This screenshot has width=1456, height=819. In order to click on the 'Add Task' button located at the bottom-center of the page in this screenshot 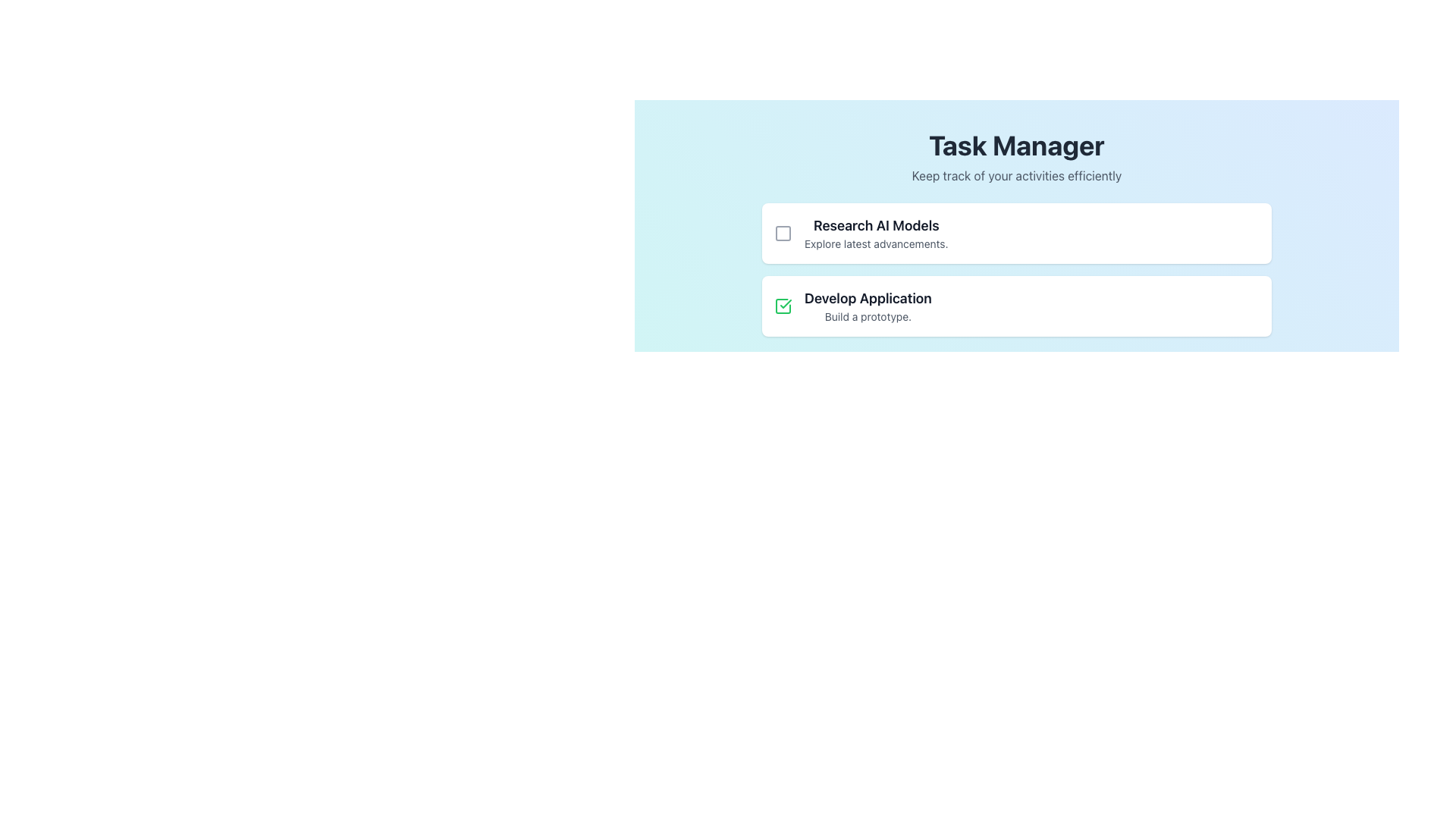, I will do `click(916, 370)`.